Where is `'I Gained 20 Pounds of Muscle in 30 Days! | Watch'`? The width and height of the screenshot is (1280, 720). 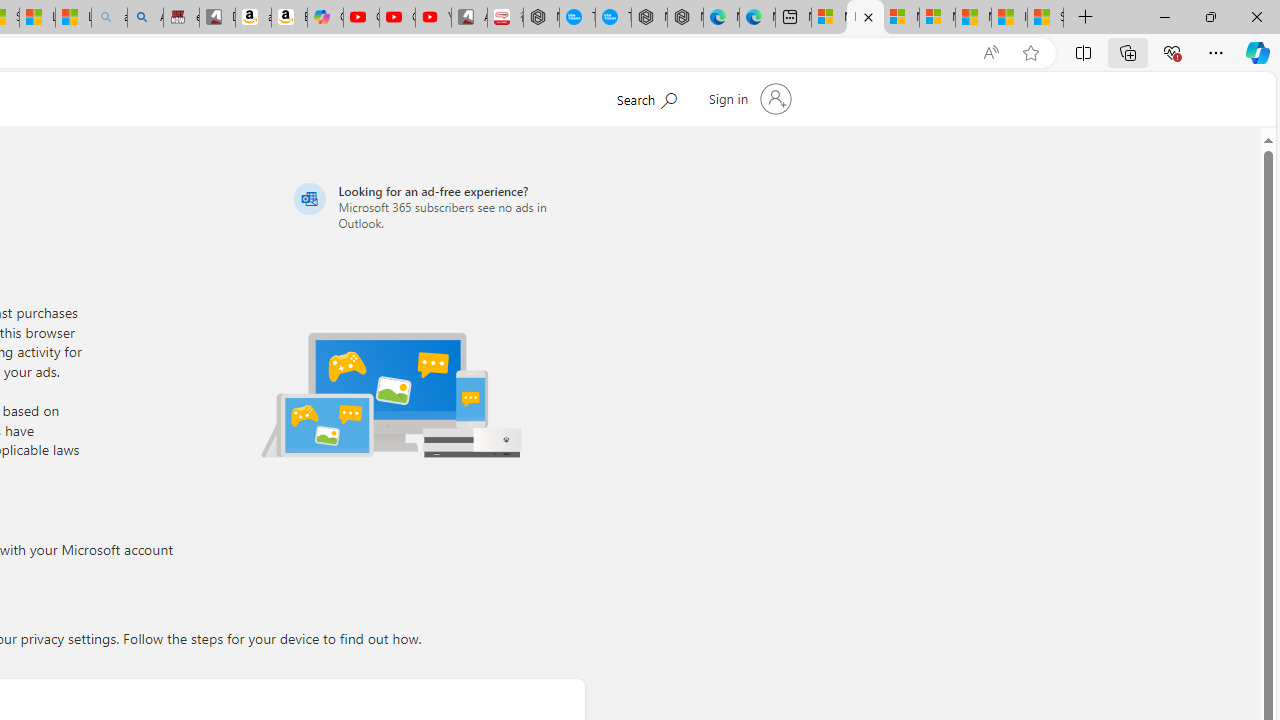
'I Gained 20 Pounds of Muscle in 30 Days! | Watch' is located at coordinates (1009, 17).